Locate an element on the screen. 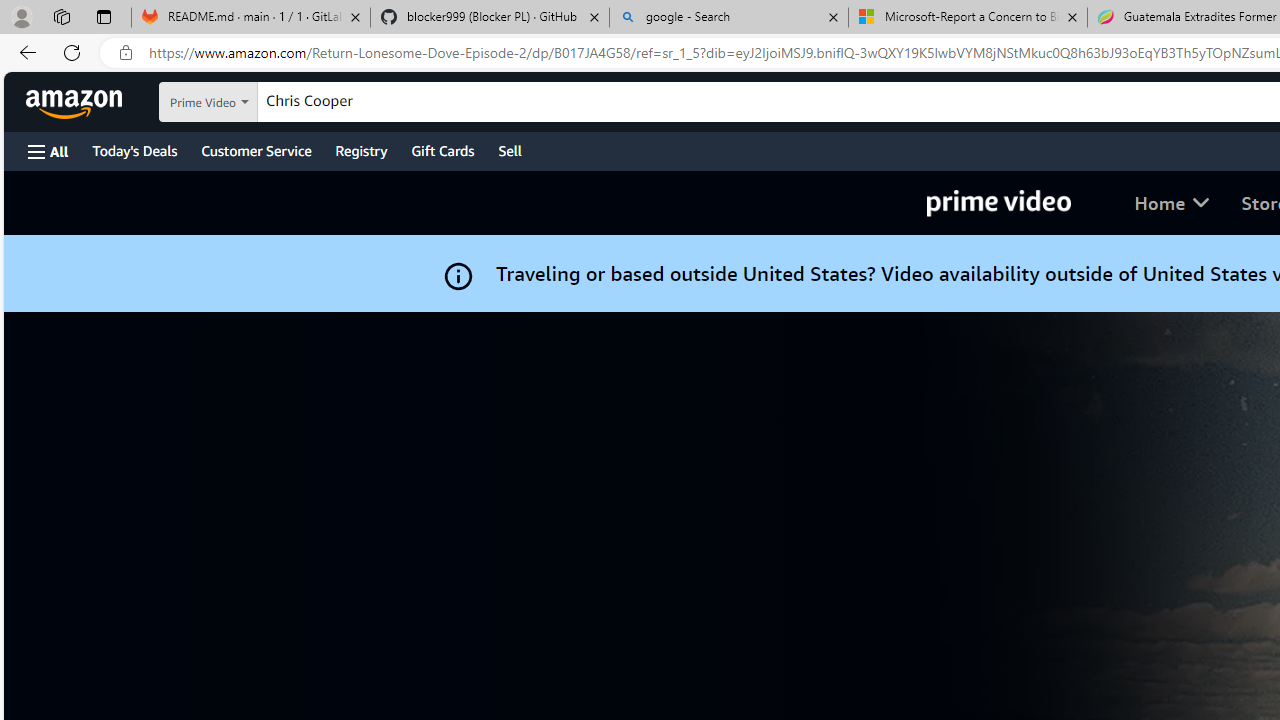 This screenshot has height=720, width=1280. 'Skip to main content' is located at coordinates (86, 100).